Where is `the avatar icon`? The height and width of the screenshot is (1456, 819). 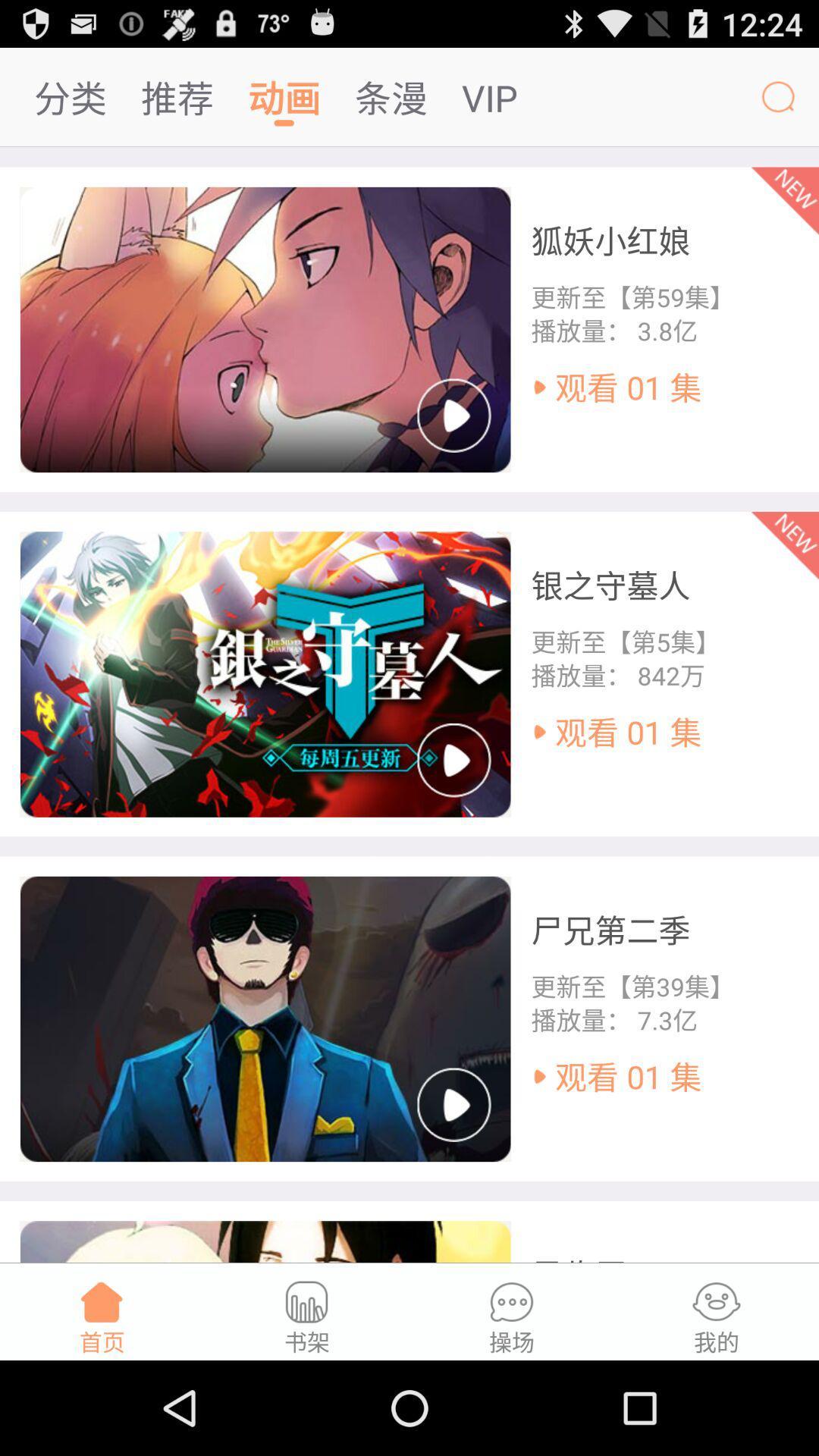 the avatar icon is located at coordinates (779, 103).